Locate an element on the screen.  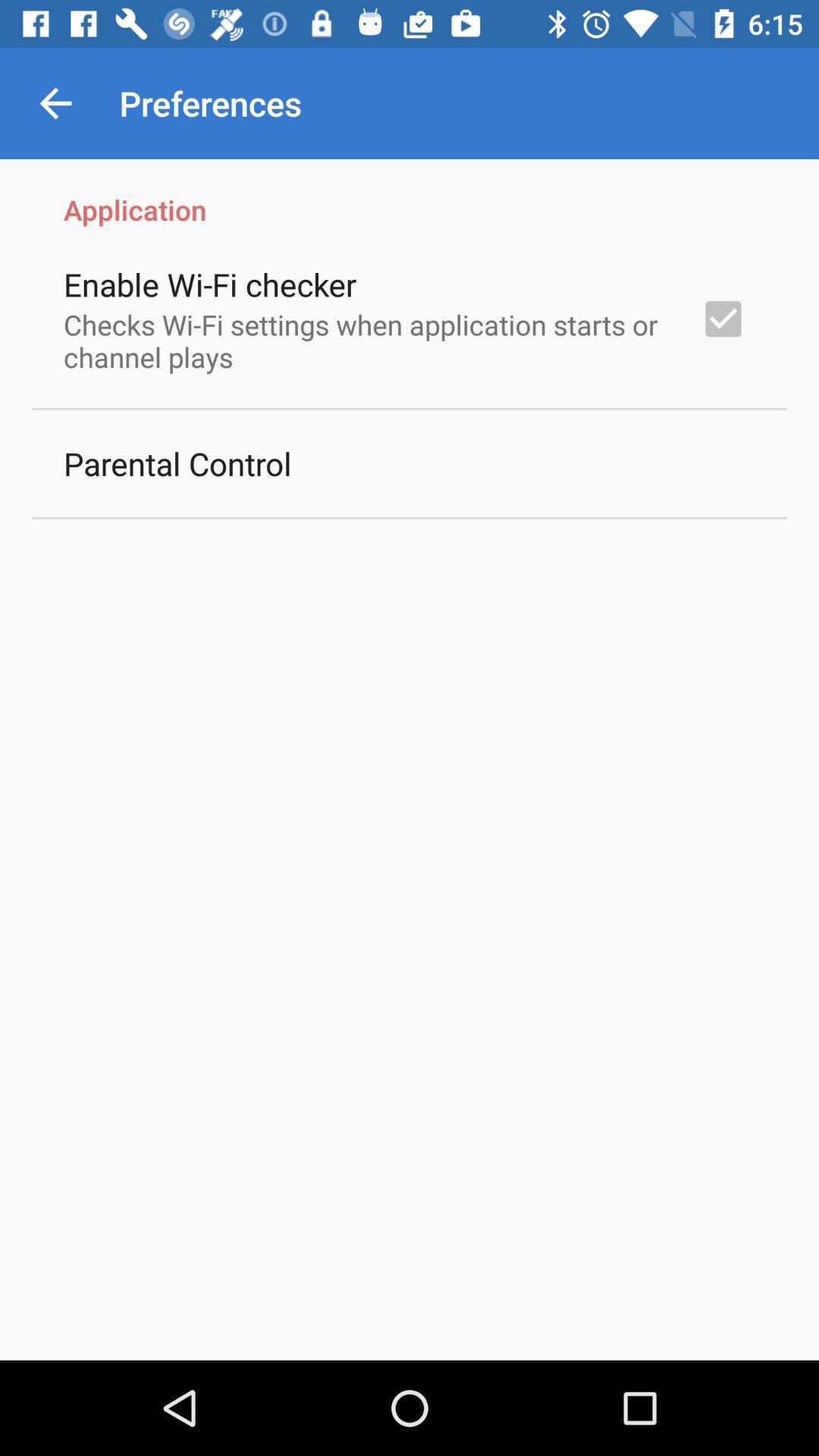
the item at the top right corner is located at coordinates (722, 318).